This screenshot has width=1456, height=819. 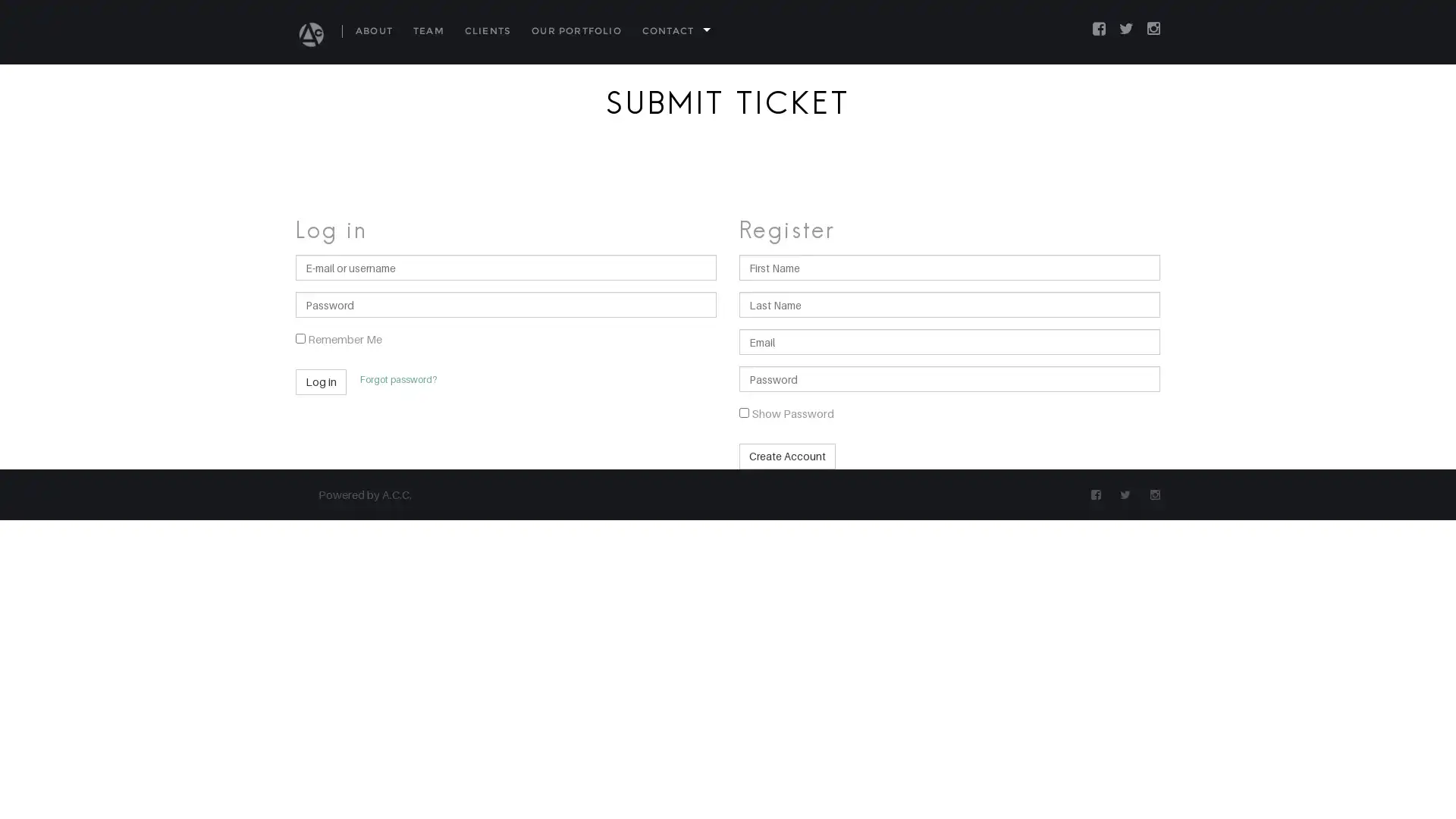 I want to click on Log in, so click(x=320, y=381).